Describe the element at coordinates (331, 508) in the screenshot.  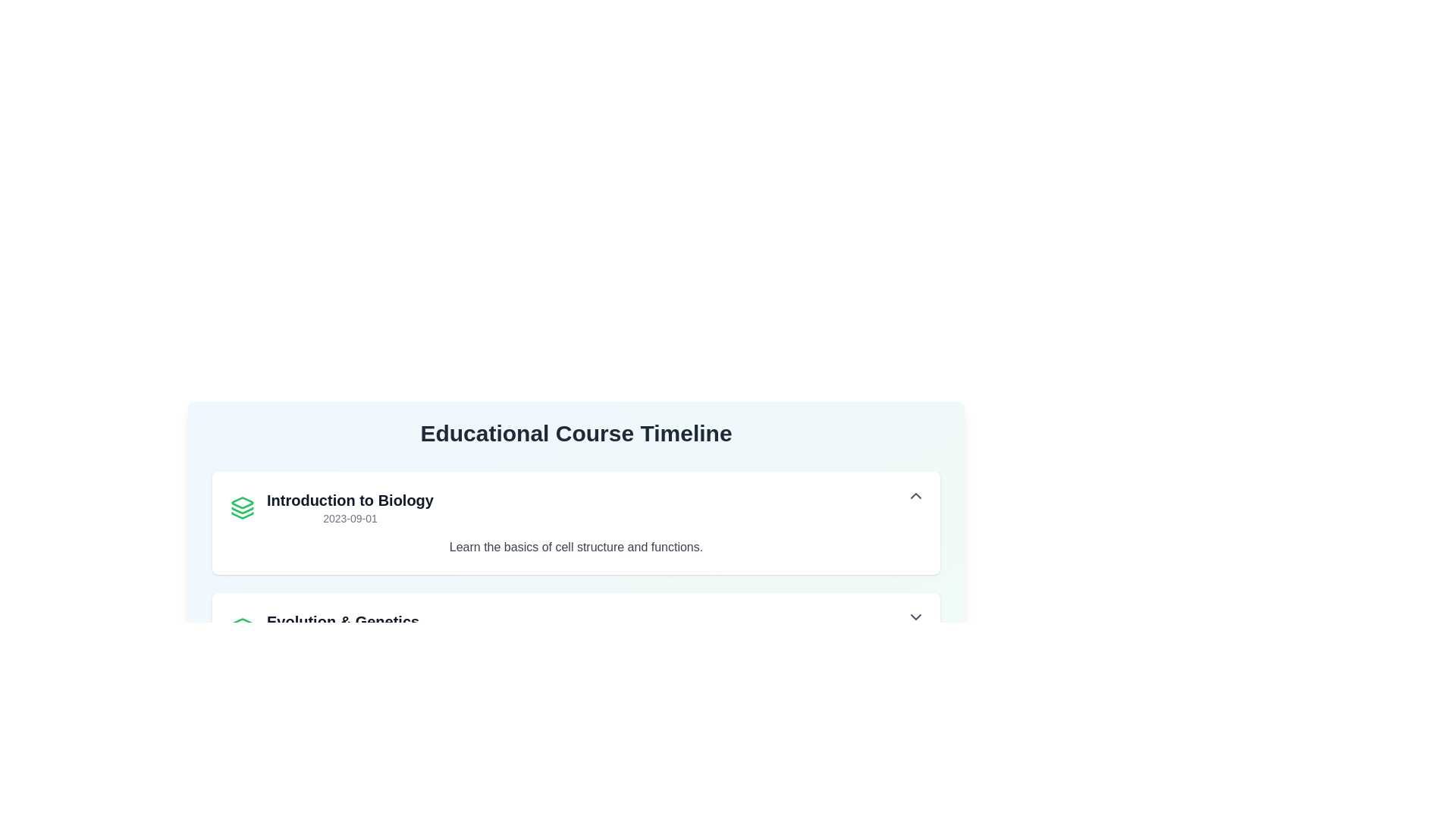
I see `the Header displaying 'Introduction to Biology' with the date '2023-09-01' and an icon of overlapping shapes in green color` at that location.